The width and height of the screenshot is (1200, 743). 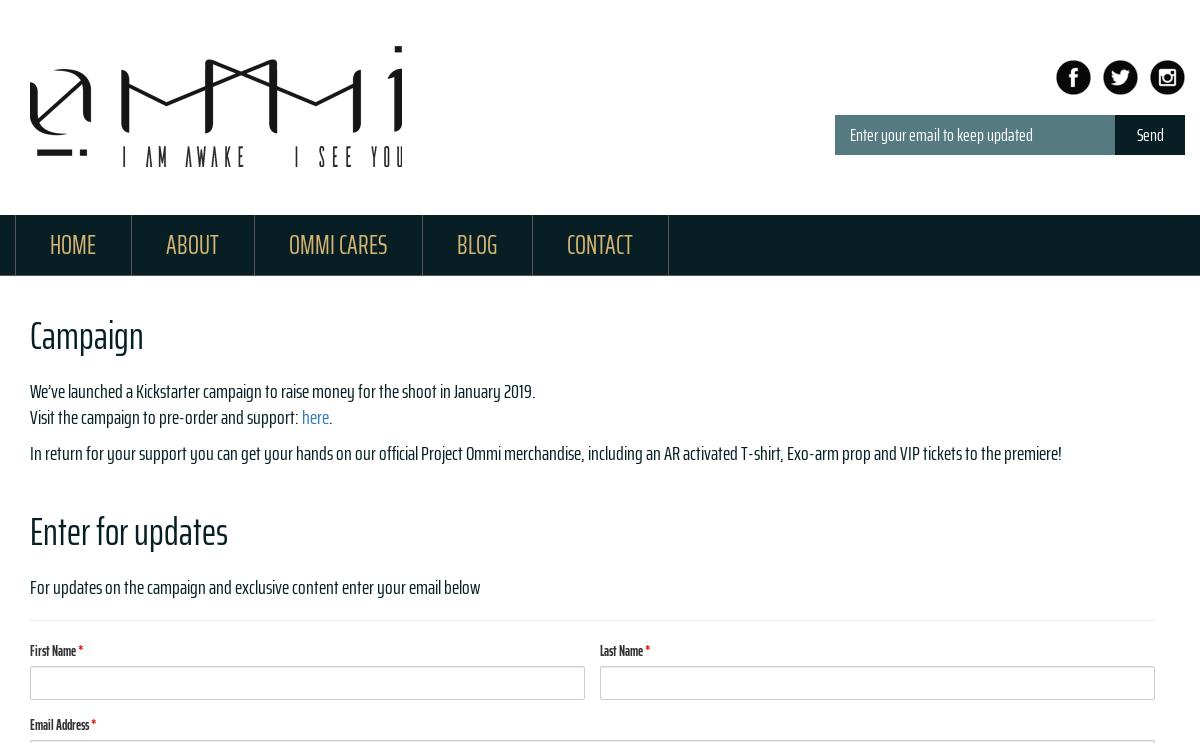 What do you see at coordinates (600, 649) in the screenshot?
I see `'Last Name'` at bounding box center [600, 649].